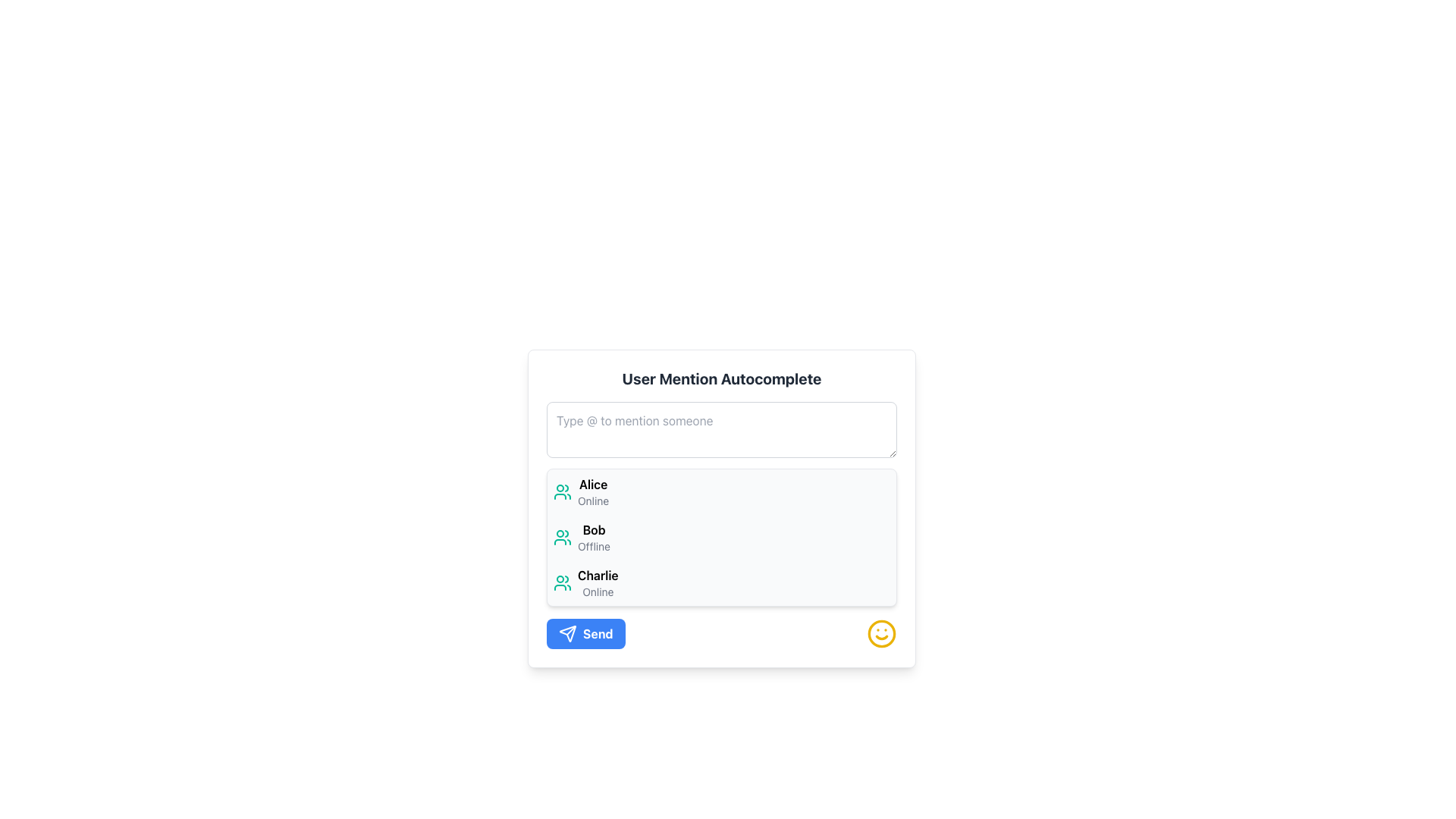  What do you see at coordinates (881, 634) in the screenshot?
I see `the Circle element within the yellow-bordered smiley face icon located in the bottom-right corner of the interface` at bounding box center [881, 634].